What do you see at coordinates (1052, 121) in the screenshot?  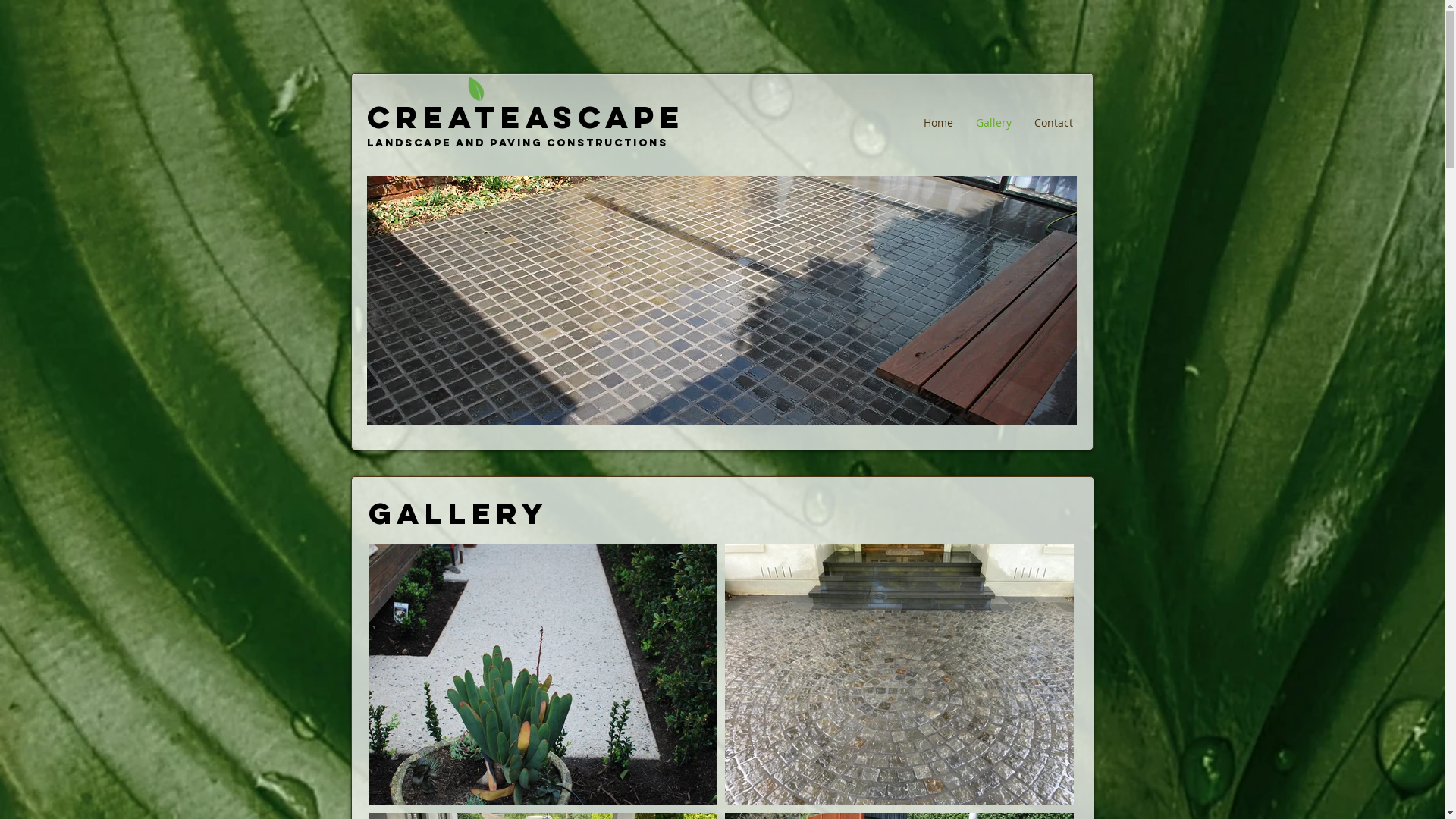 I see `'Contact'` at bounding box center [1052, 121].